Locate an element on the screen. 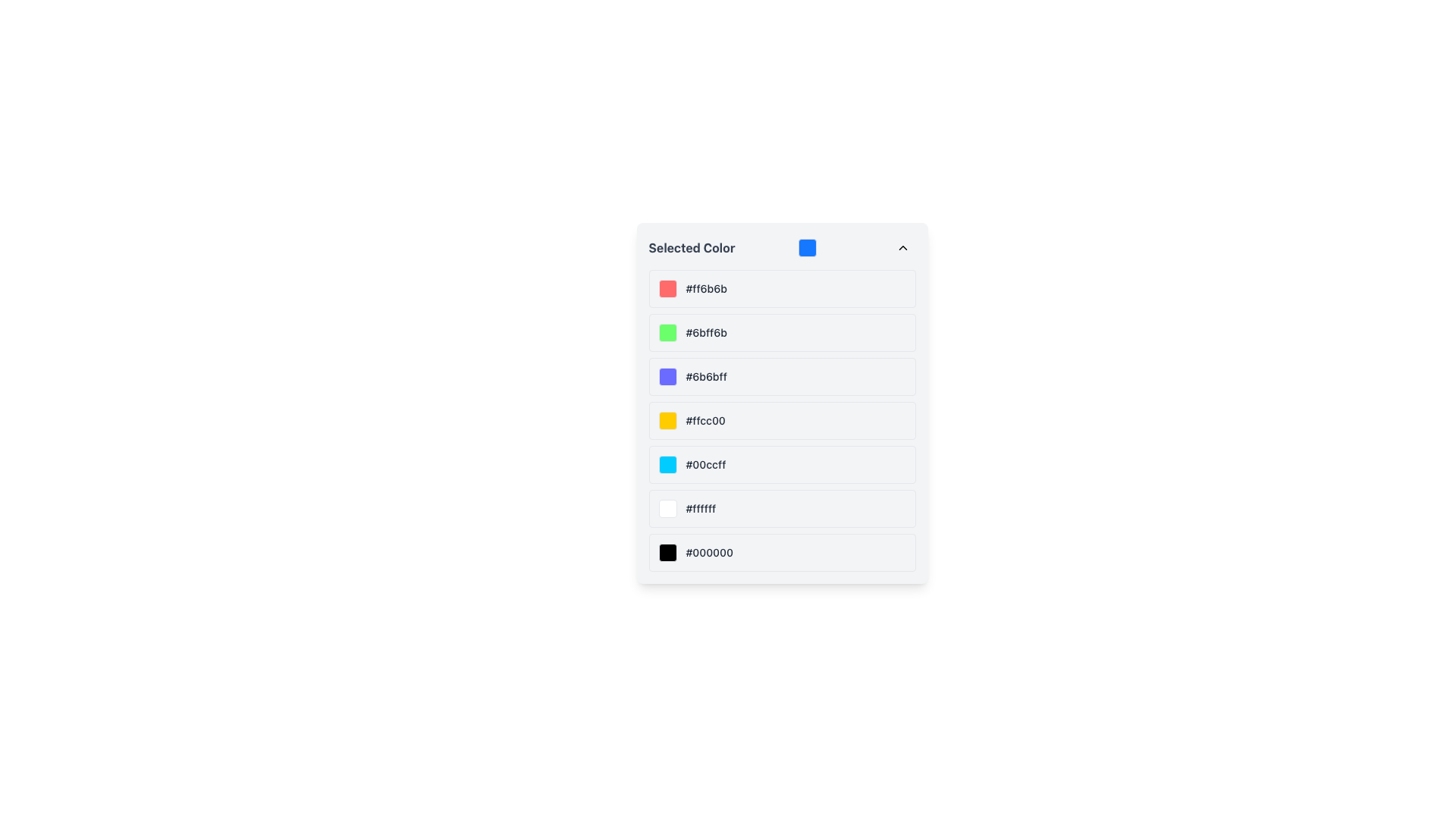 This screenshot has width=1456, height=819. the static text label that displays the color code associated with the color preview box to its left, located within a dropdown-like menu on the left side is located at coordinates (705, 289).